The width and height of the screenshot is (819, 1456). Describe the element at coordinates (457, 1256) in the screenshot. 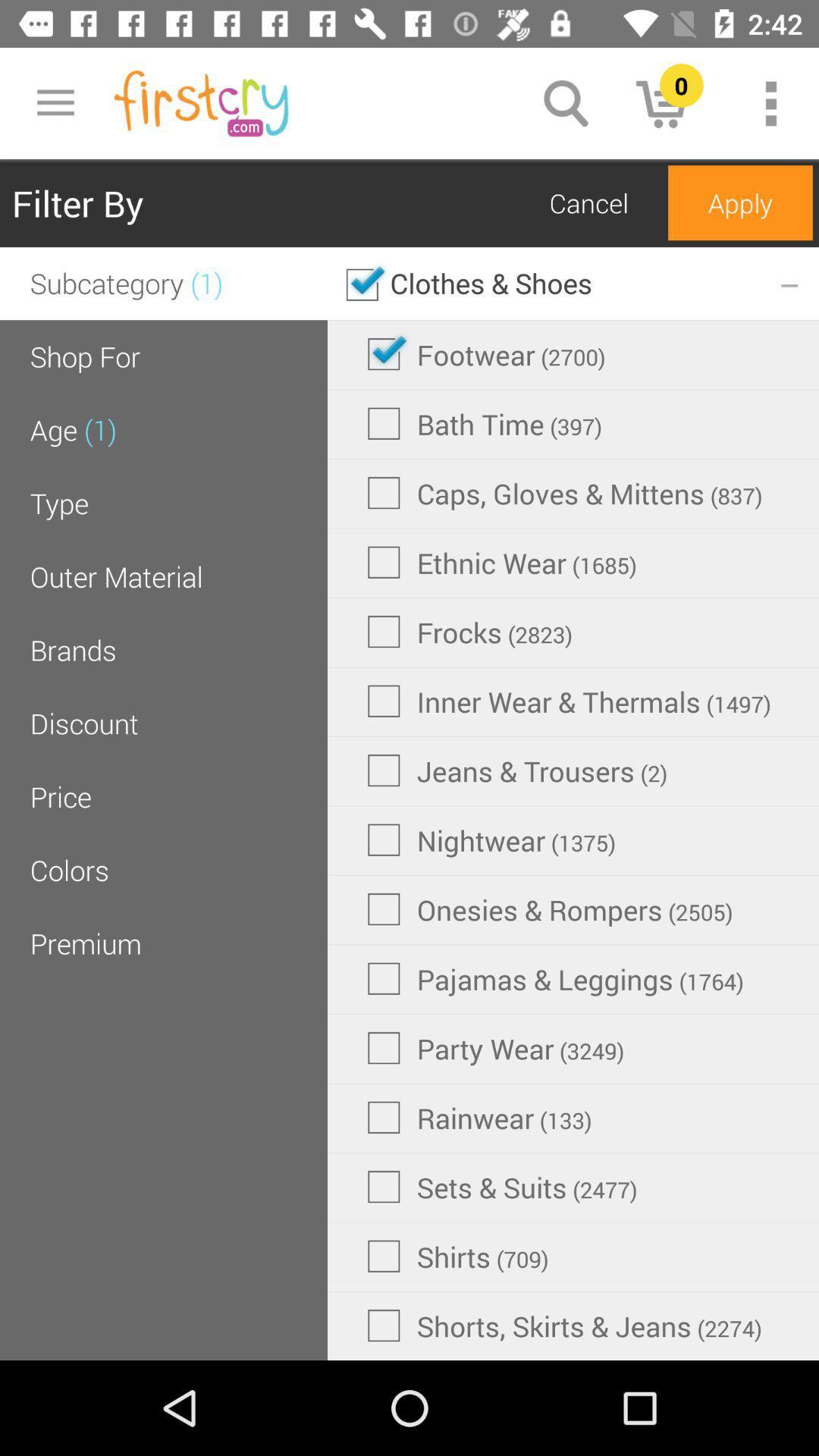

I see `the item above shorts skirts jeans item` at that location.